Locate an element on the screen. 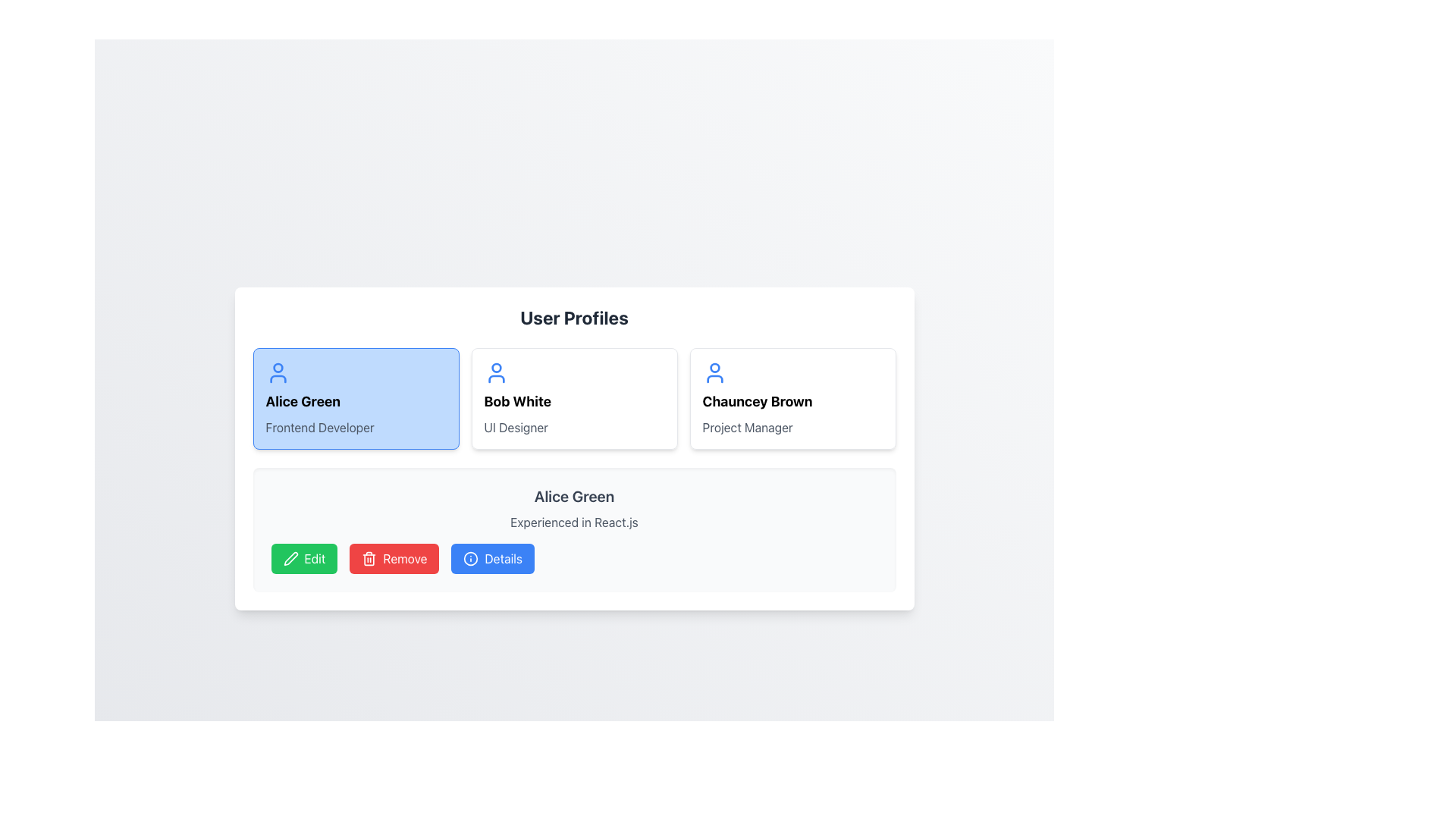 Image resolution: width=1456 pixels, height=819 pixels. the text label displaying 'Bob White', which is styled in a large font and located in the user profile card is located at coordinates (517, 400).